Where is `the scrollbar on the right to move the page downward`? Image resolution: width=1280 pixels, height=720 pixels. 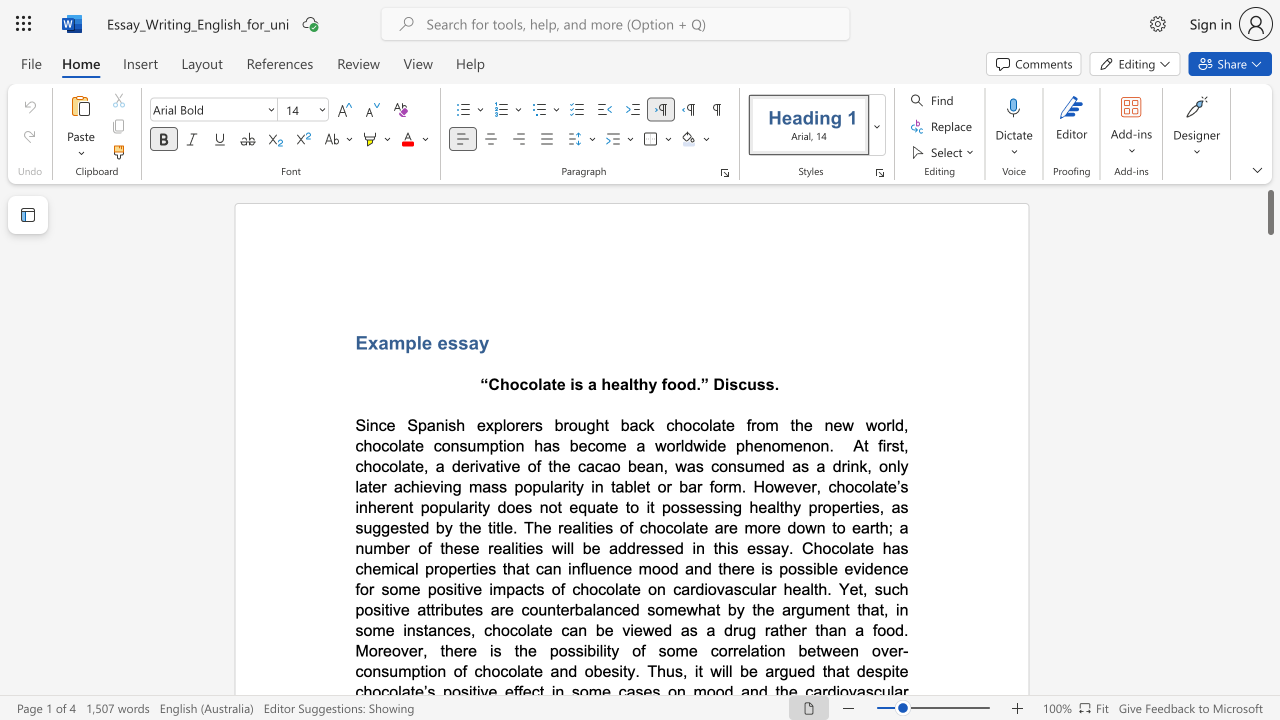 the scrollbar on the right to move the page downward is located at coordinates (1269, 380).